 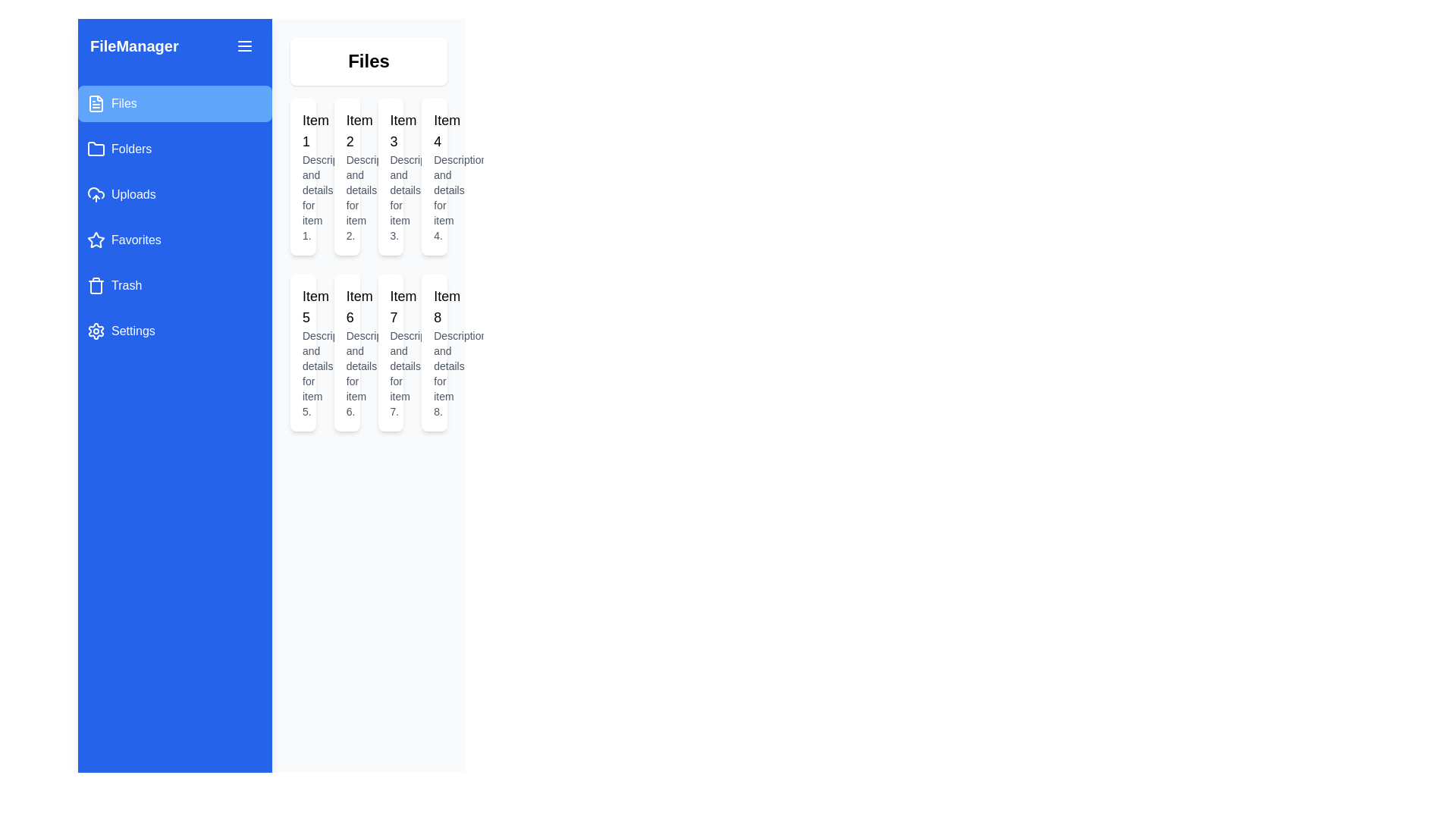 I want to click on the 'Files' icon in the top section of the vertical sidebar to aid navigation, so click(x=95, y=103).